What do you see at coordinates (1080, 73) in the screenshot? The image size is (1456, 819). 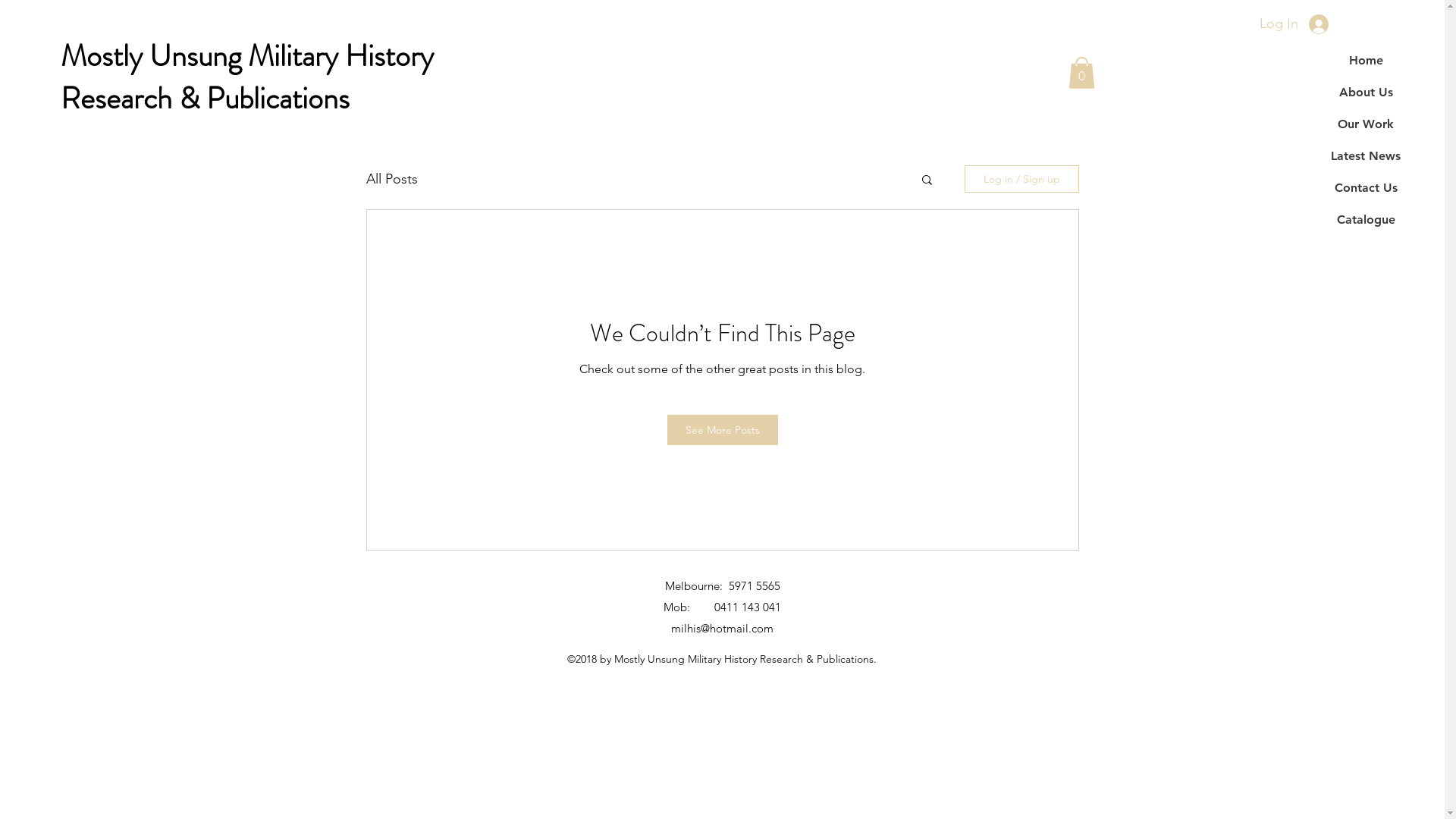 I see `'0'` at bounding box center [1080, 73].